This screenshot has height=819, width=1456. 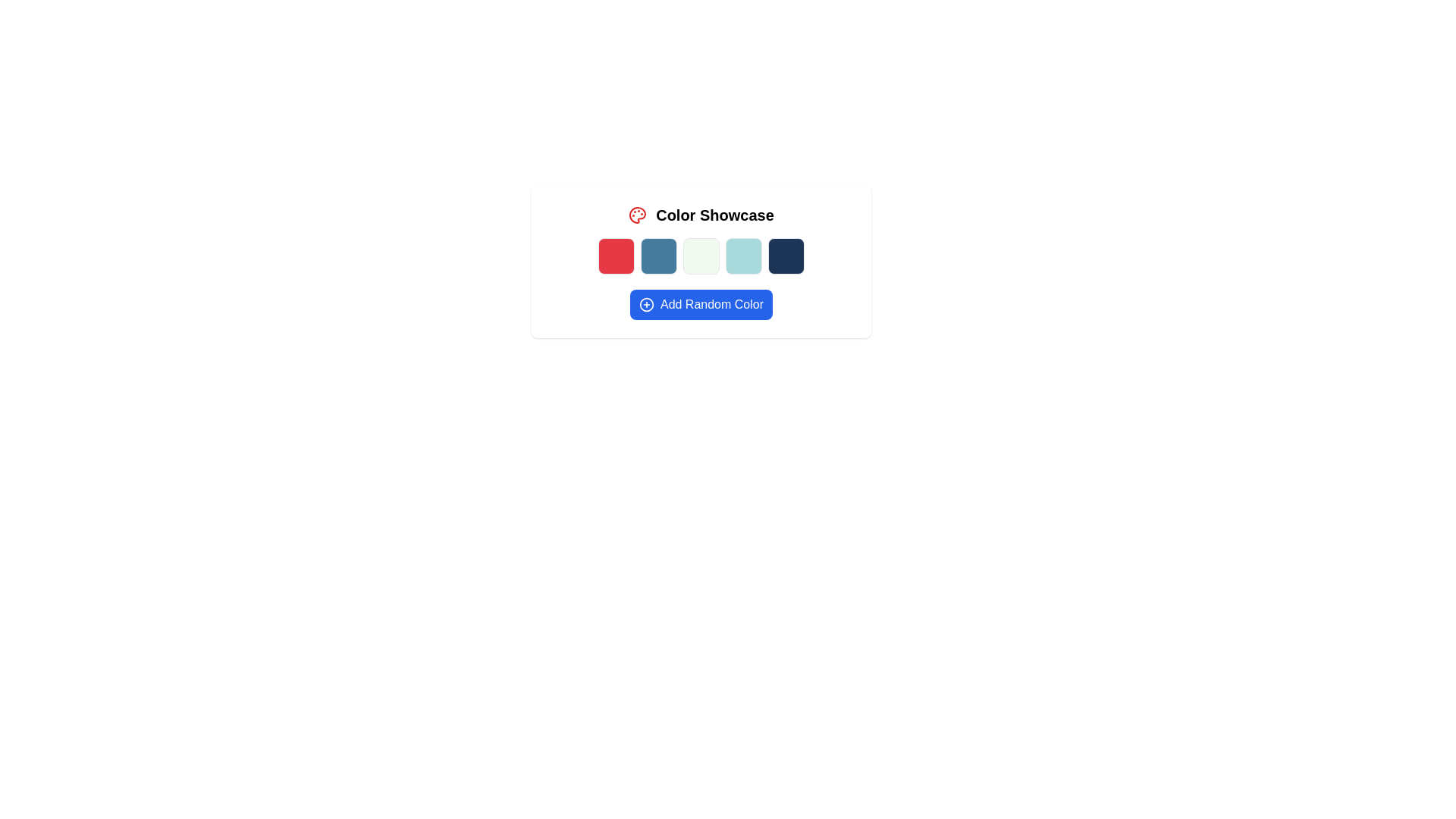 What do you see at coordinates (701, 256) in the screenshot?
I see `the third static visual block from the left in the horizontal grid` at bounding box center [701, 256].